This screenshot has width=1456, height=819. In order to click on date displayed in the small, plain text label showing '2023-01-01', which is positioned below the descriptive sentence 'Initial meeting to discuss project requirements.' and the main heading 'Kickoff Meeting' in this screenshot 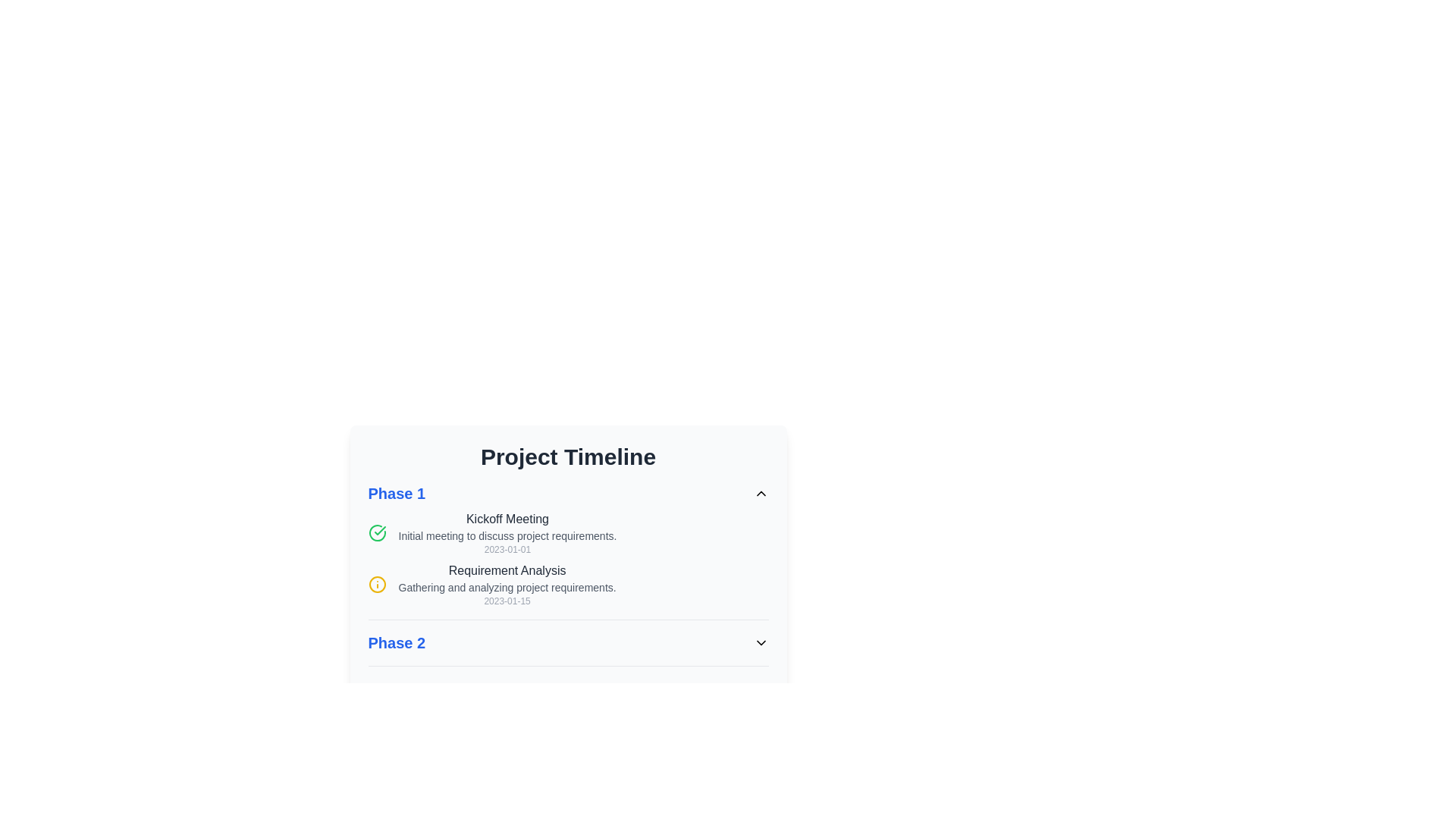, I will do `click(507, 550)`.